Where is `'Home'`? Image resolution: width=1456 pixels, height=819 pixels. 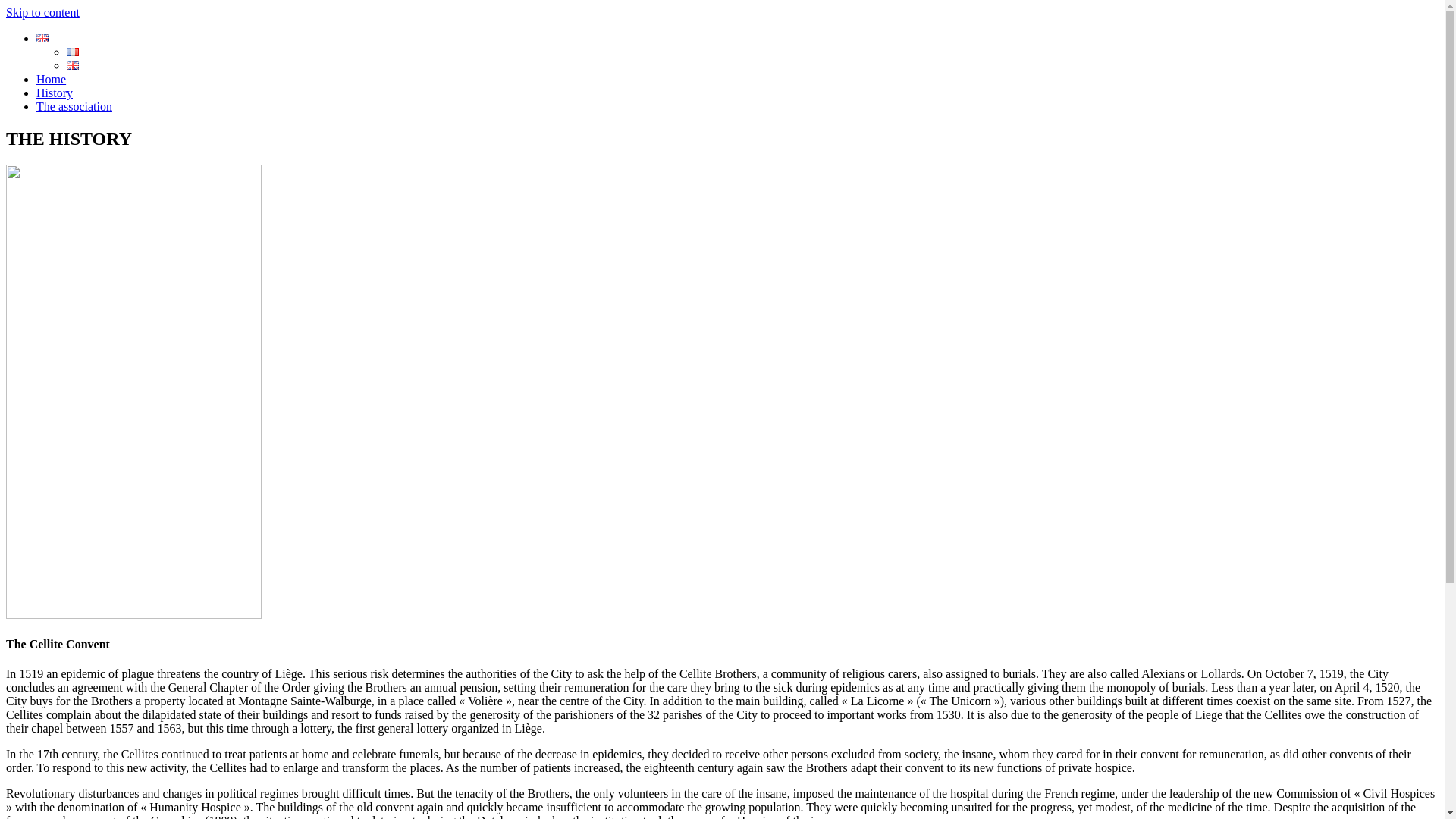 'Home' is located at coordinates (51, 79).